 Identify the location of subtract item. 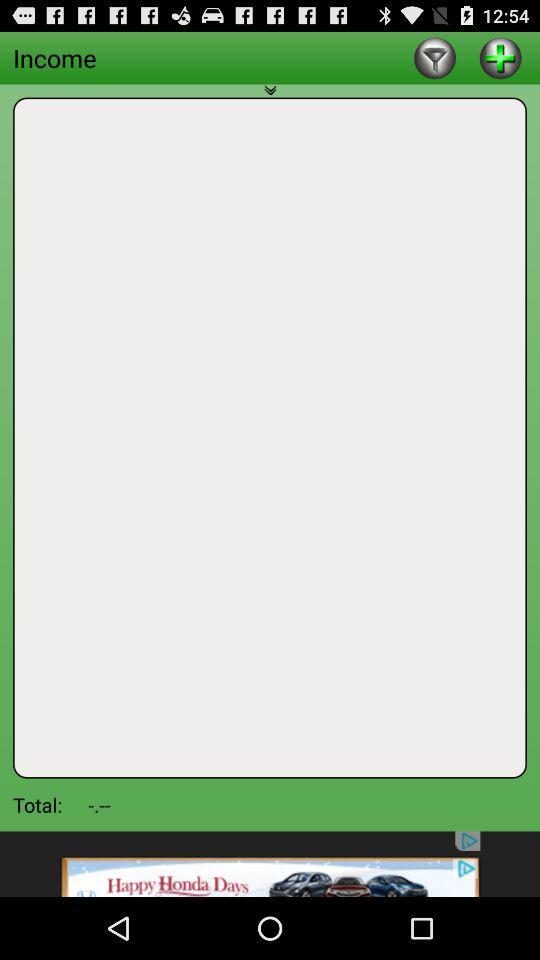
(434, 56).